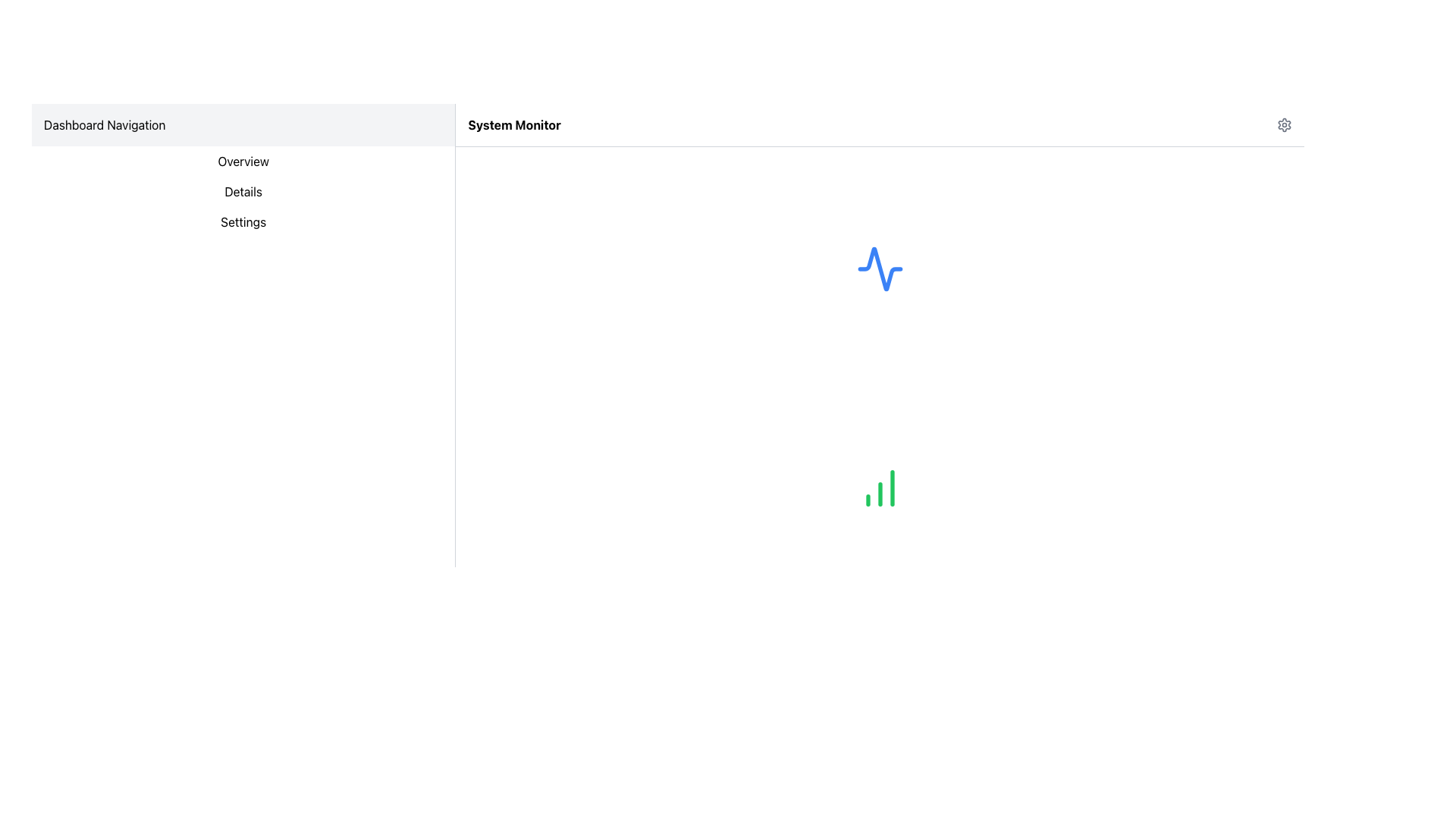 The height and width of the screenshot is (819, 1456). I want to click on the small gear-shaped settings icon located in the top right corner of the interface, so click(1284, 124).